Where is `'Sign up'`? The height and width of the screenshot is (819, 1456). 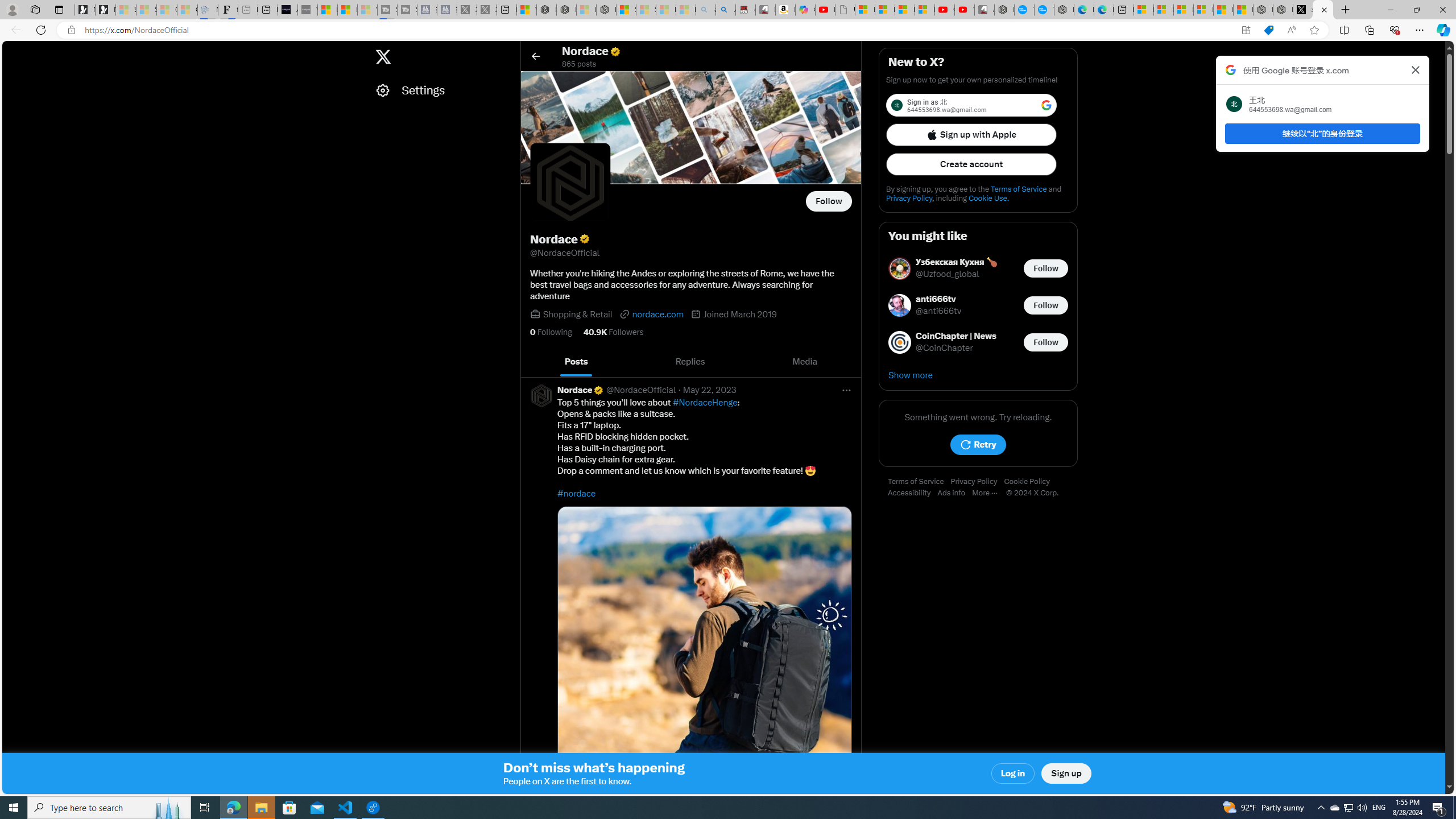
'Sign up' is located at coordinates (1066, 773).